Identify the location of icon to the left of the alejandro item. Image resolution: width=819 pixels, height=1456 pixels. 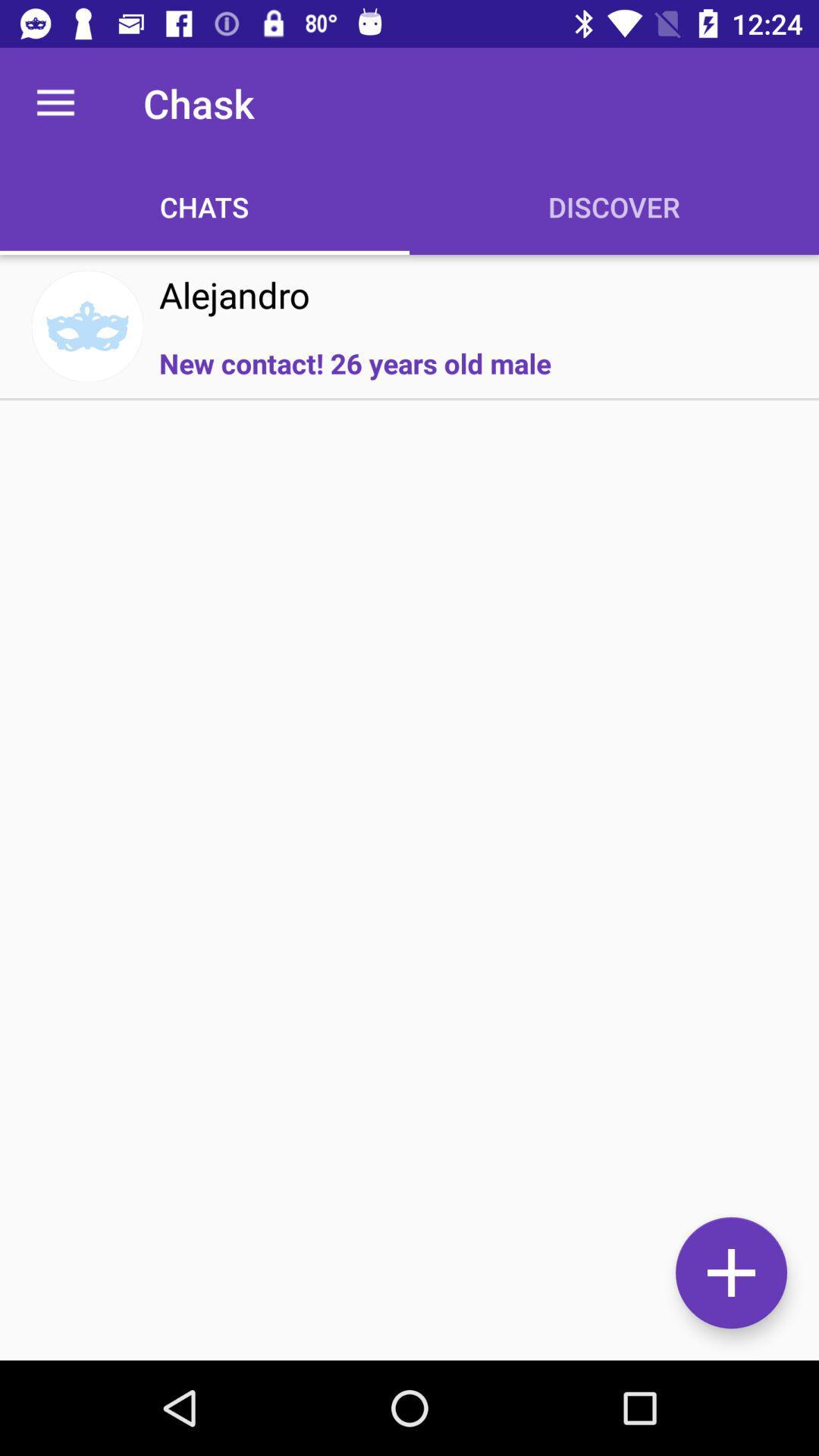
(87, 325).